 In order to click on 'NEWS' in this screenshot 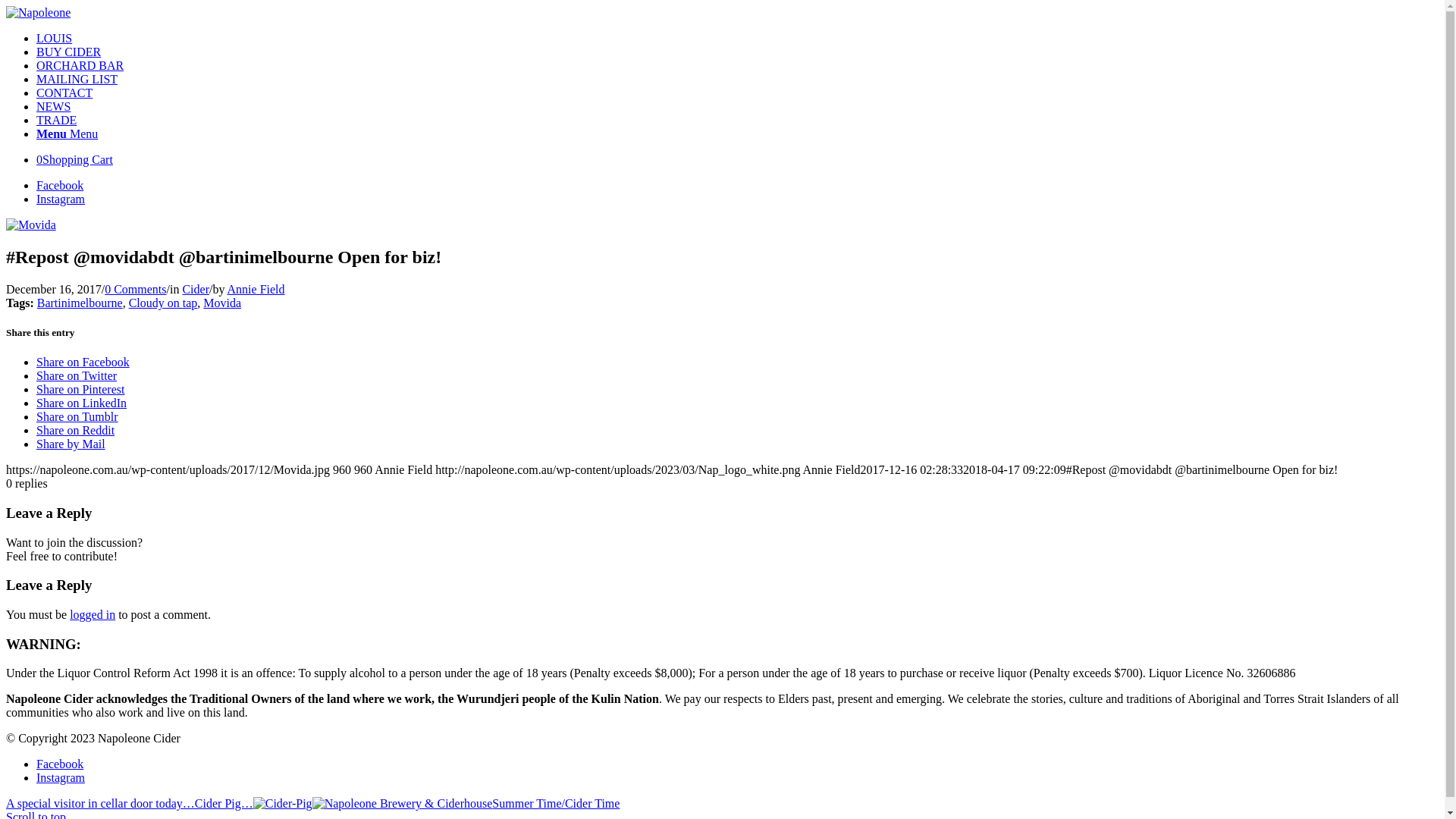, I will do `click(36, 105)`.